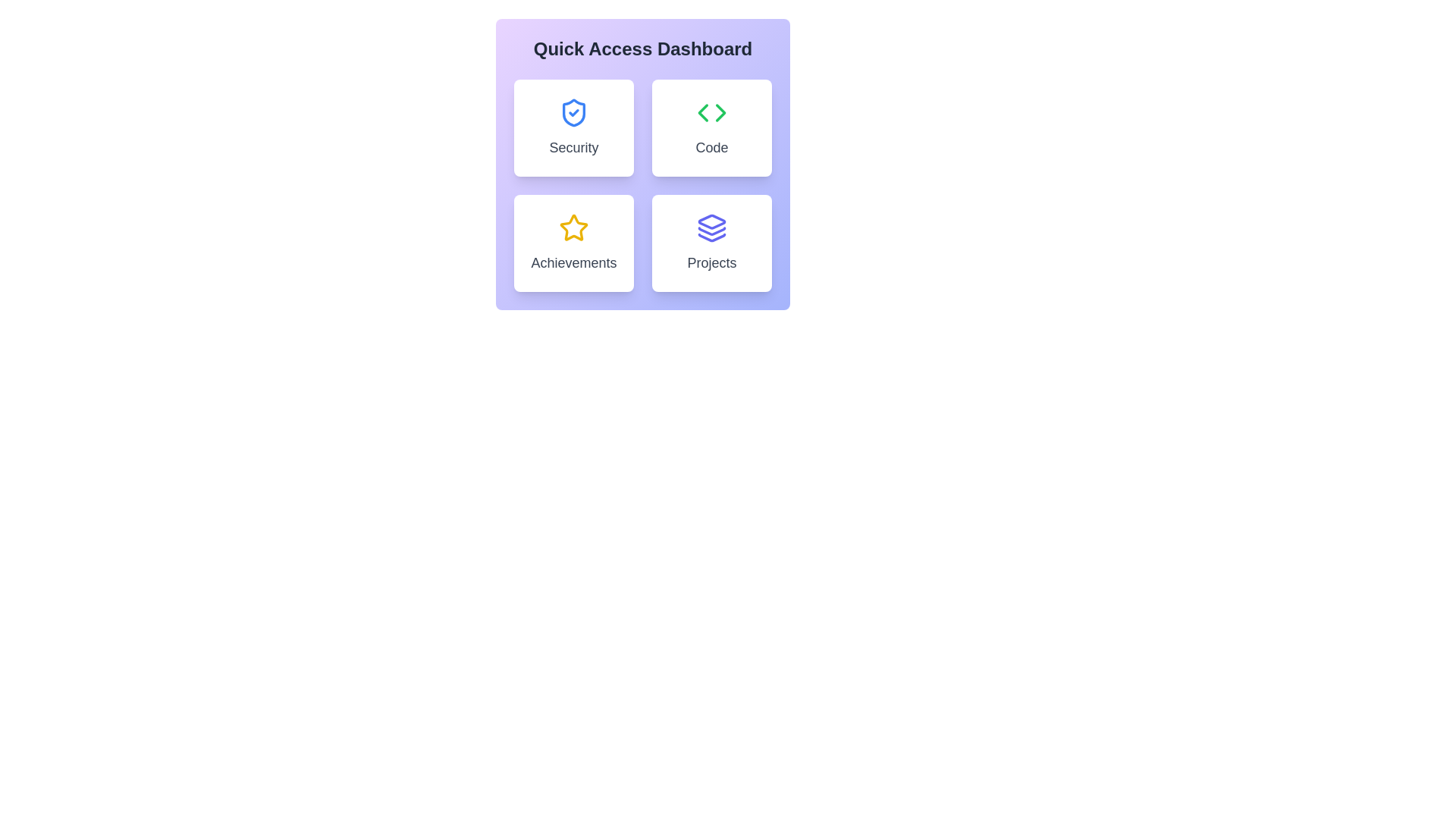  I want to click on the interactive card labeled 'Code' with a green code brackets icon located in the top-right position of the 'Quick Access Dashboard' for navigation, so click(711, 127).